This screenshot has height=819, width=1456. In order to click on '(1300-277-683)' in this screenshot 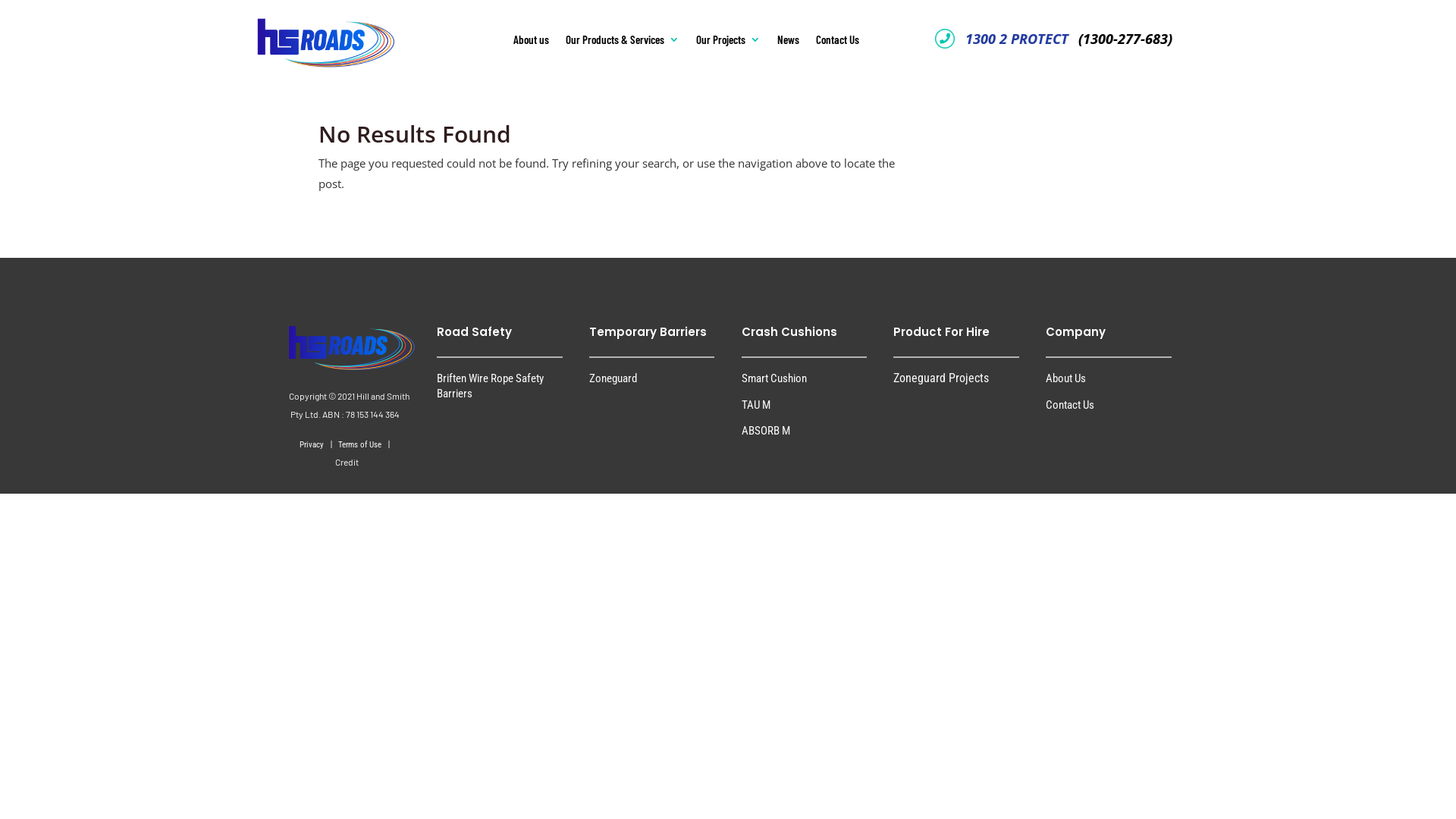, I will do `click(1122, 38)`.